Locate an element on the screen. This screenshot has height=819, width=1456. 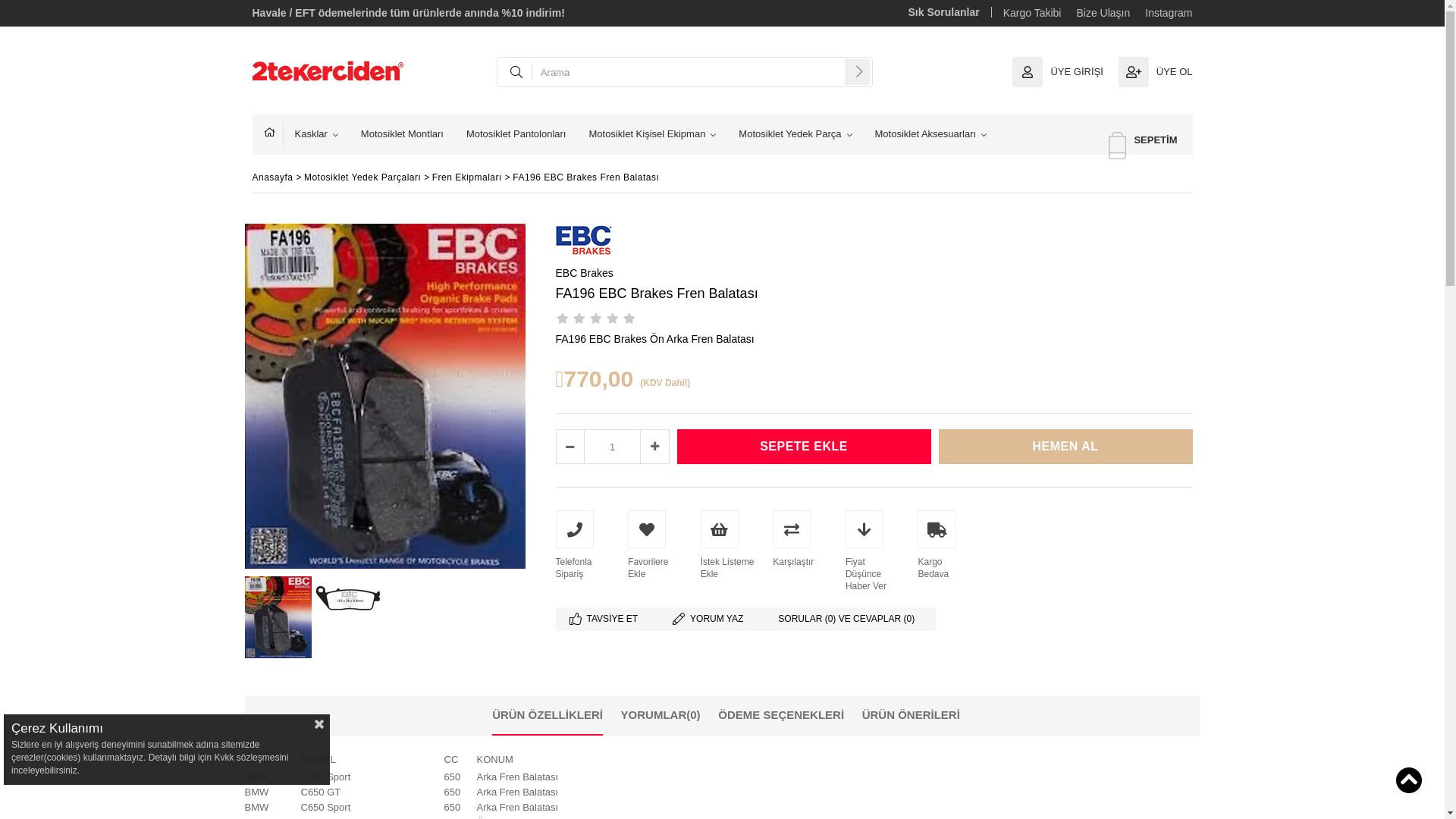
'Anasayfa' is located at coordinates (273, 133).